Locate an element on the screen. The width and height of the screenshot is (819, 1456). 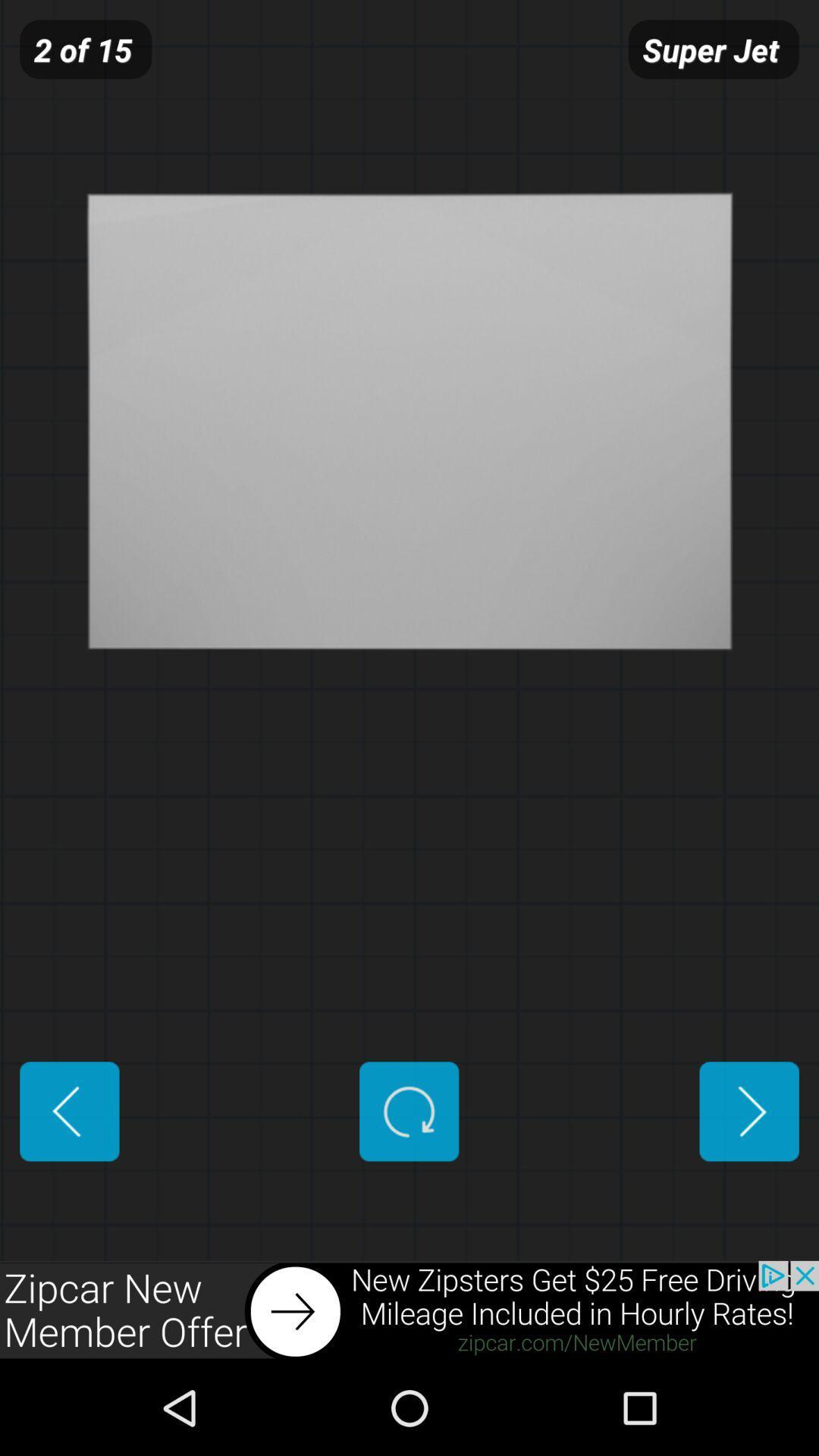
the refresh icon is located at coordinates (408, 1188).